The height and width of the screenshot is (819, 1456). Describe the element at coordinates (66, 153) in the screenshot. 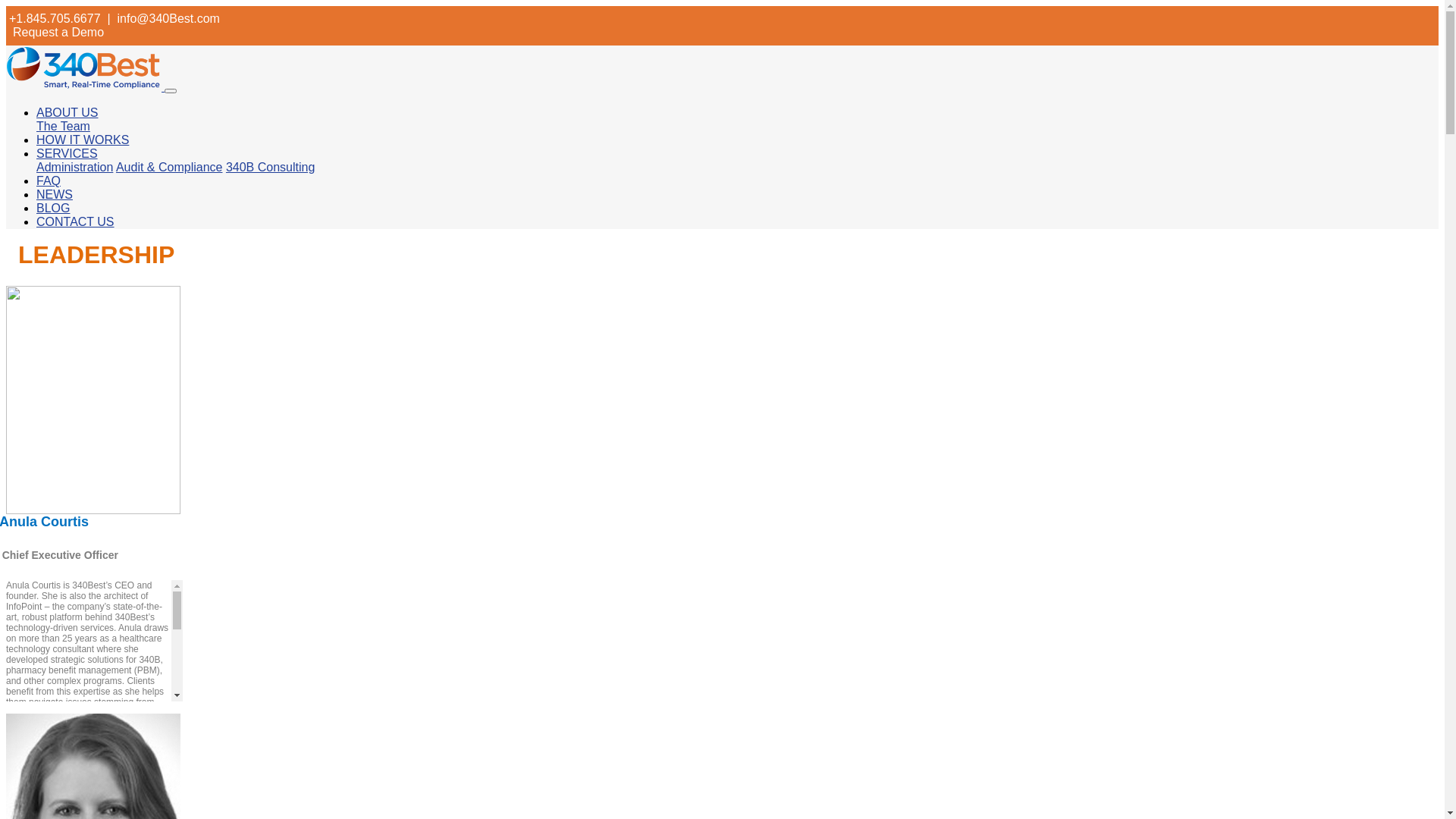

I see `'SERVICES'` at that location.